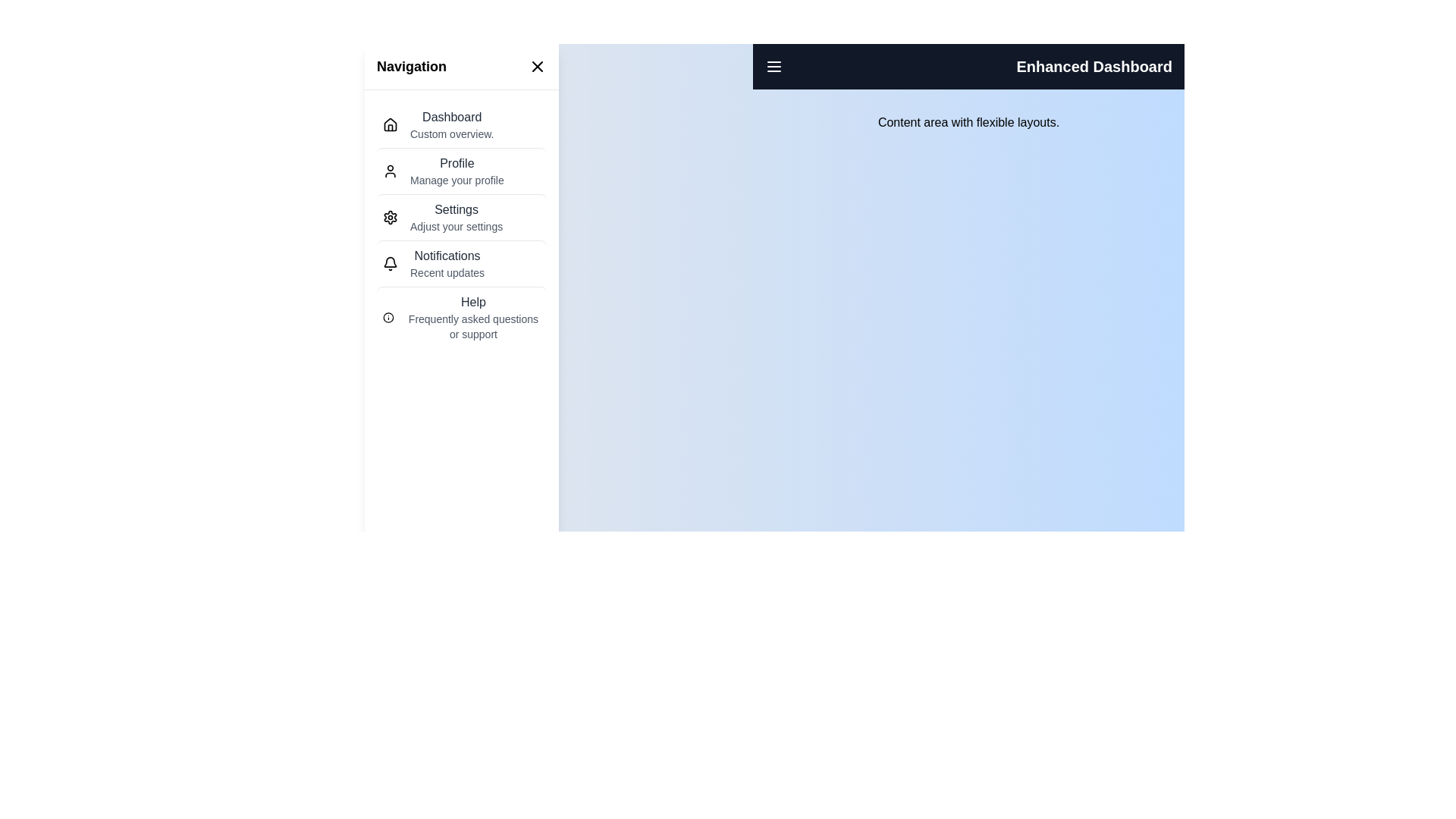 The image size is (1456, 819). I want to click on the circular element of the 'info' icon, which features a smooth outline and no fill, serving as a foundational component of the icon, so click(388, 317).